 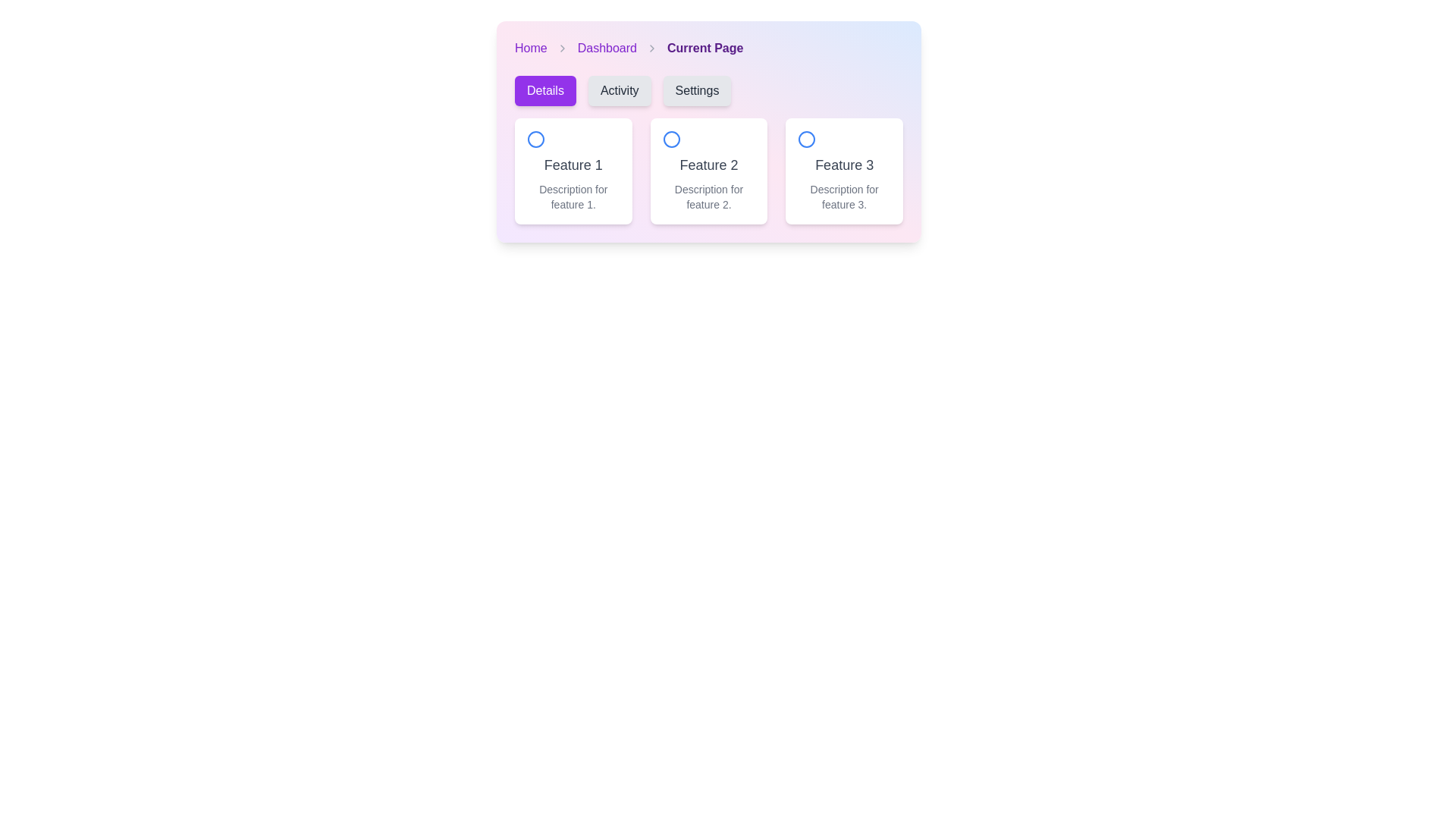 What do you see at coordinates (708, 130) in the screenshot?
I see `information presented on the Informational card titled 'Feature 2', which is the middle card in a grid of three similar elements` at bounding box center [708, 130].